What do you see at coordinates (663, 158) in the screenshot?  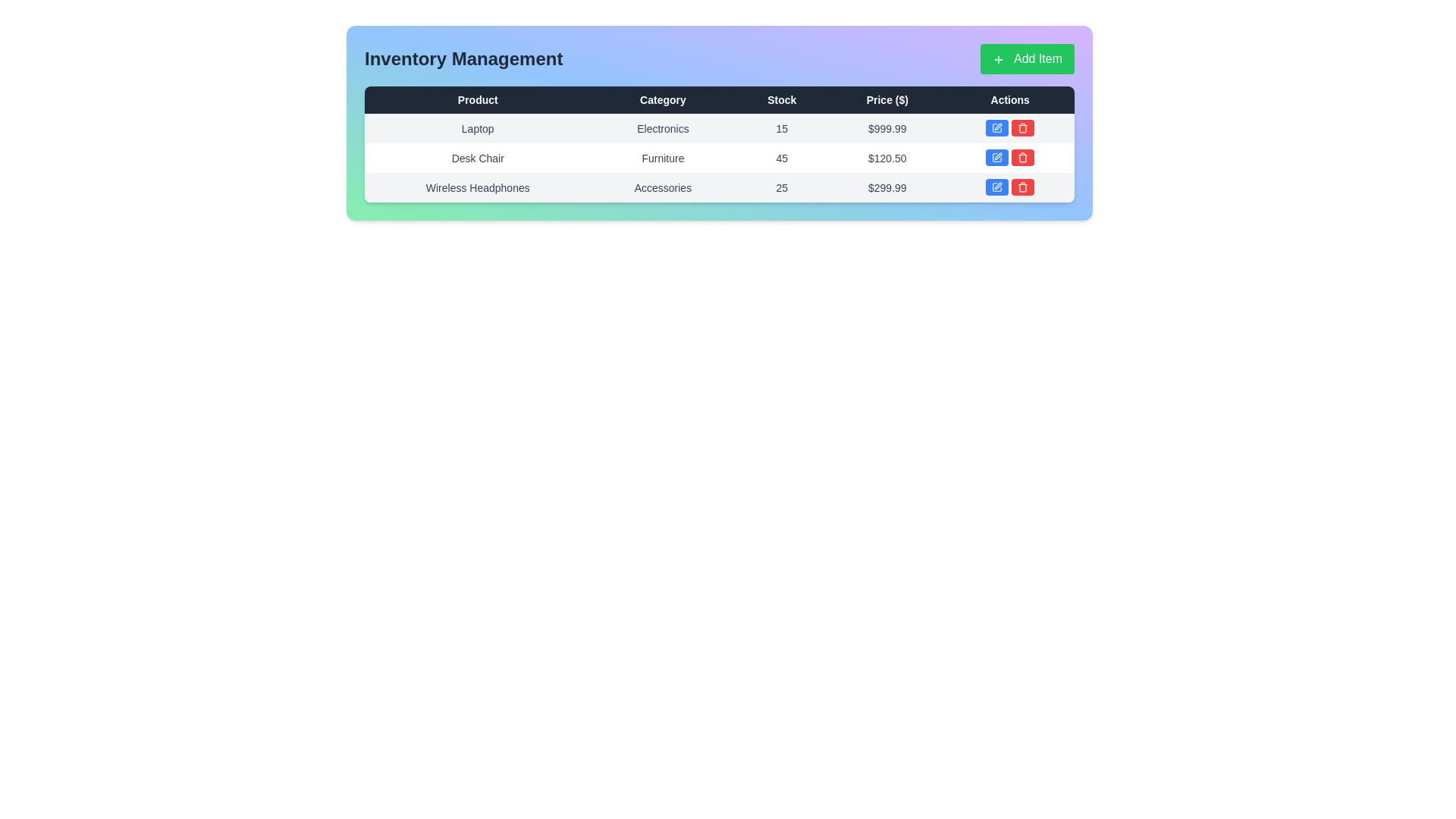 I see `the Text Label indicating the product category for the Desk Chair row in the table layout, which provides contextual information about the listed product` at bounding box center [663, 158].